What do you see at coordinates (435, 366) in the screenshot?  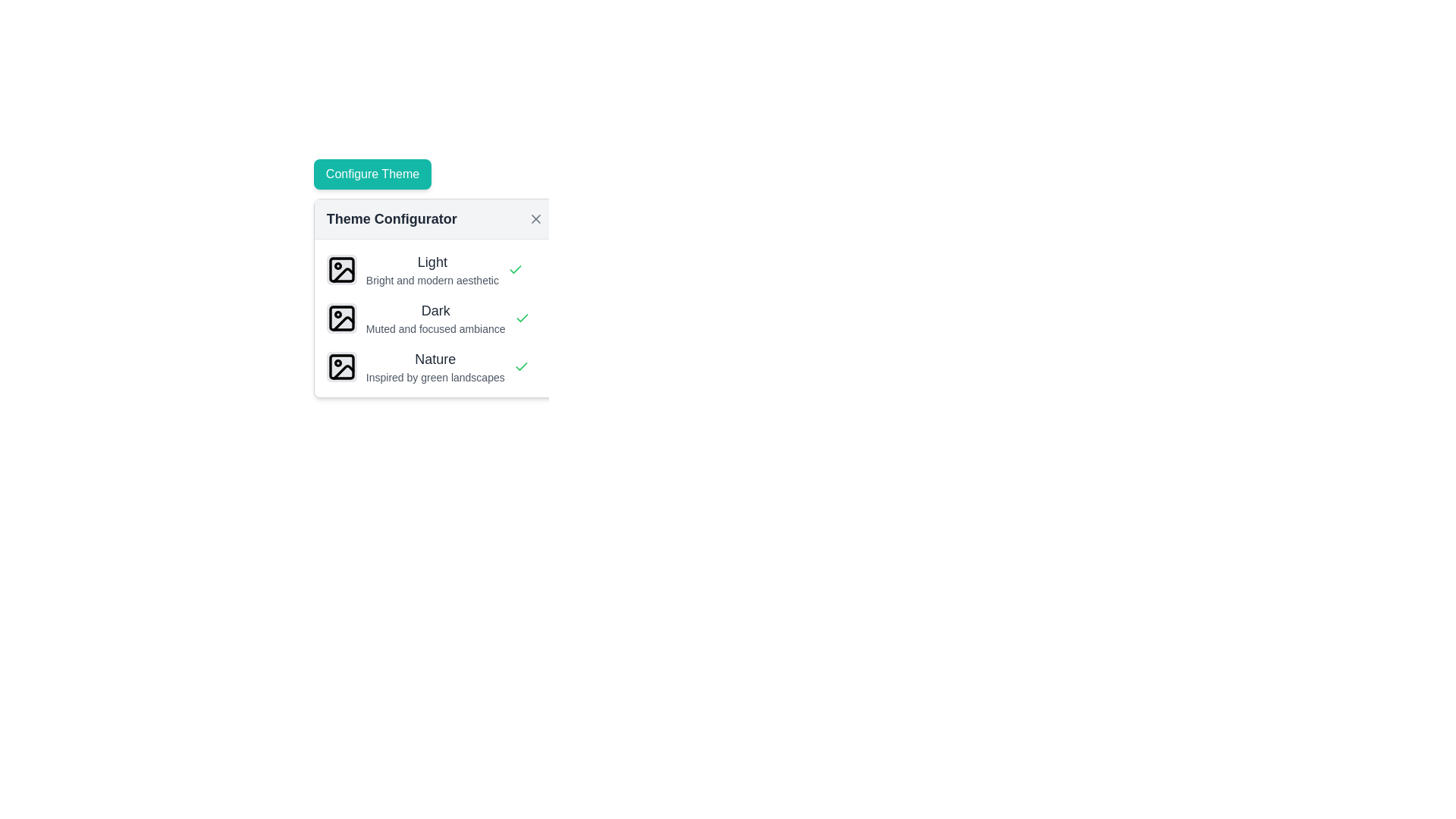 I see `the Text block titled 'Nature' with subtitle 'Inspired by green landscapes' in the Theme Configurator` at bounding box center [435, 366].